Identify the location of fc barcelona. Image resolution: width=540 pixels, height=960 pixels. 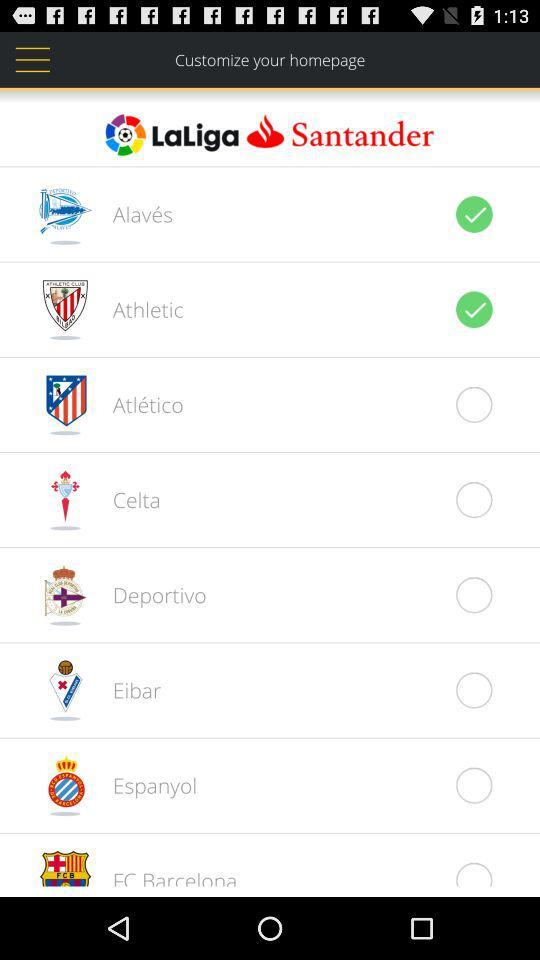
(163, 875).